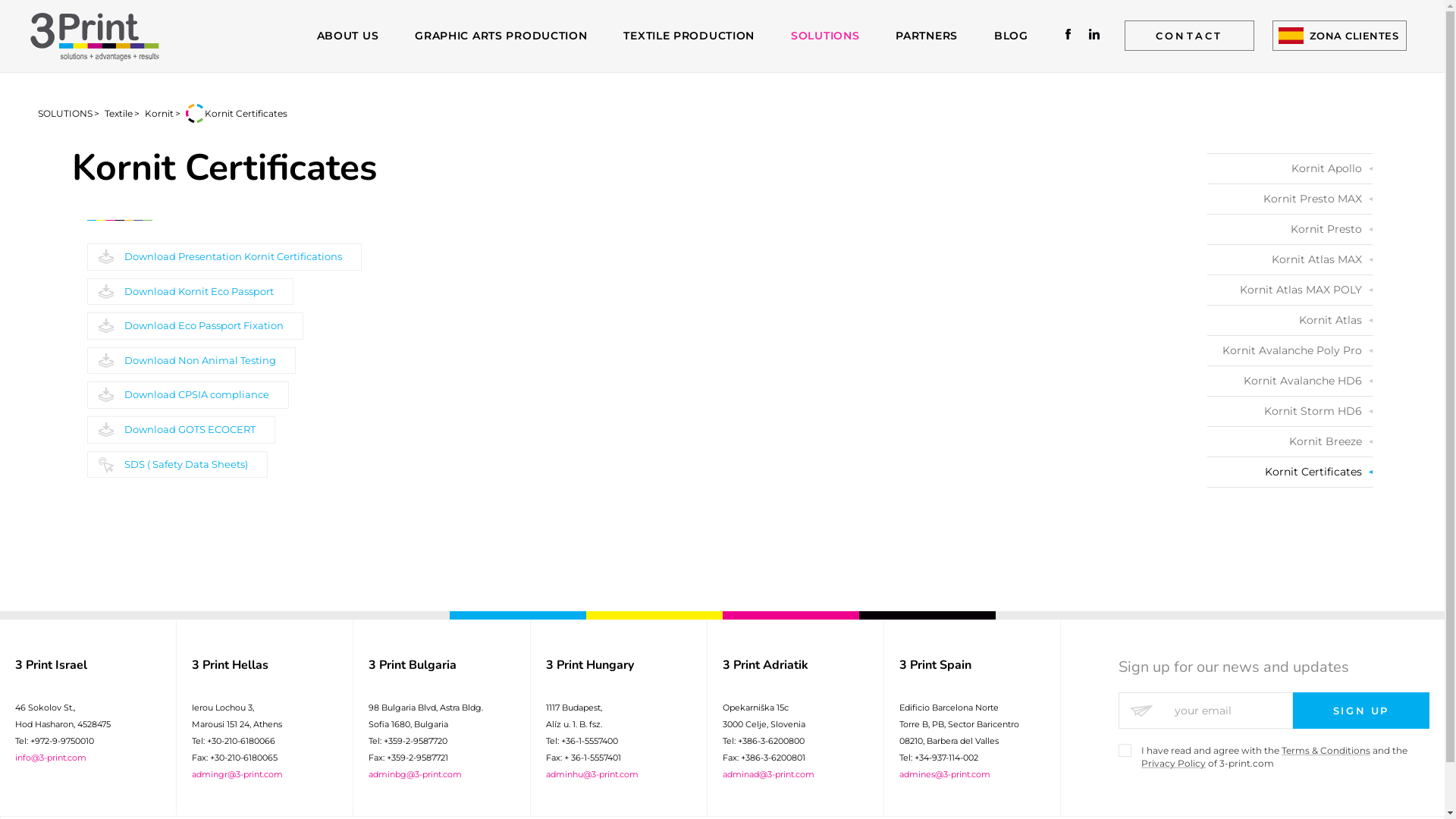 The image size is (1456, 819). What do you see at coordinates (1288, 229) in the screenshot?
I see `'Kornit Presto'` at bounding box center [1288, 229].